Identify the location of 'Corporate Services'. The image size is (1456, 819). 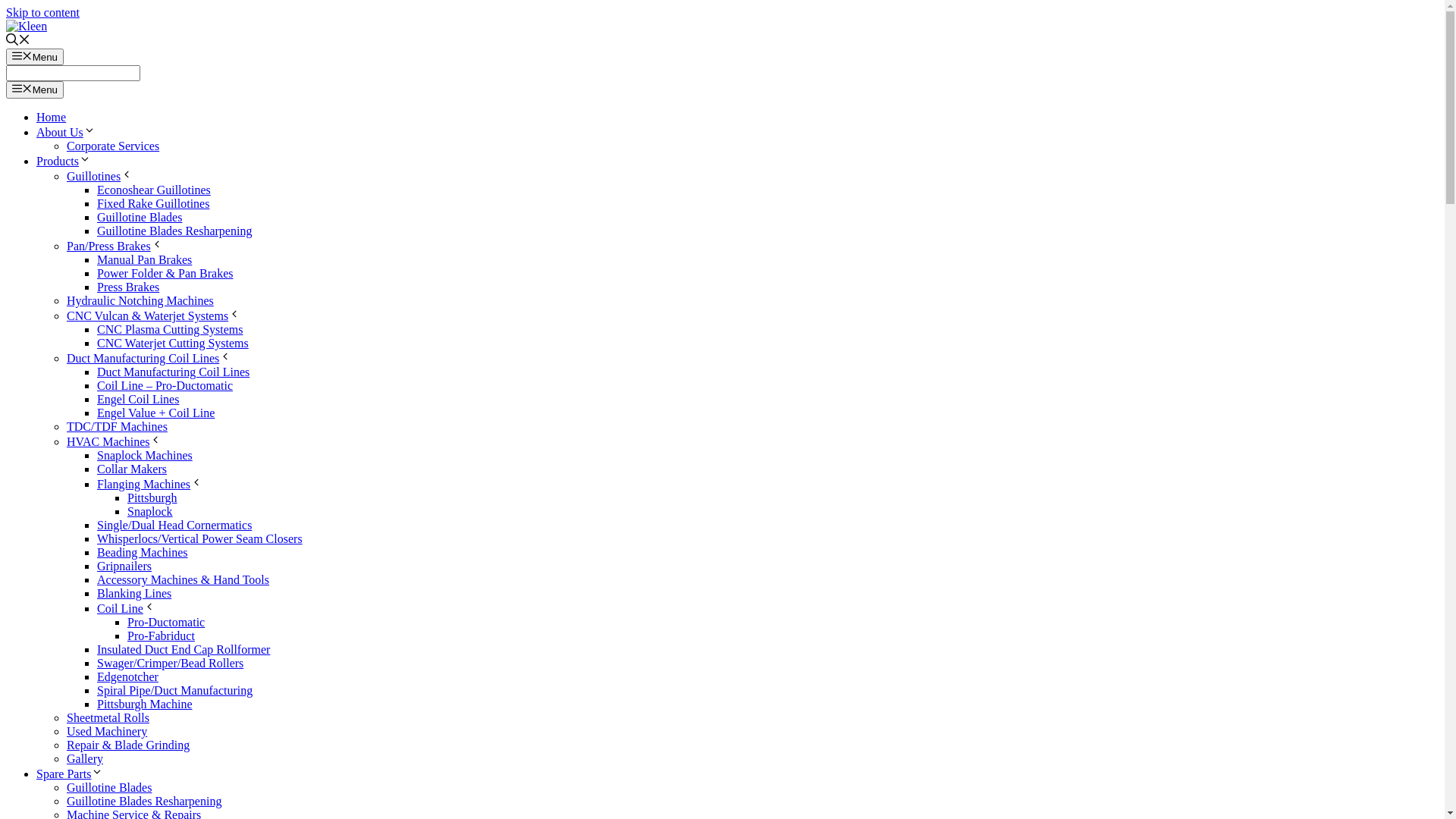
(111, 146).